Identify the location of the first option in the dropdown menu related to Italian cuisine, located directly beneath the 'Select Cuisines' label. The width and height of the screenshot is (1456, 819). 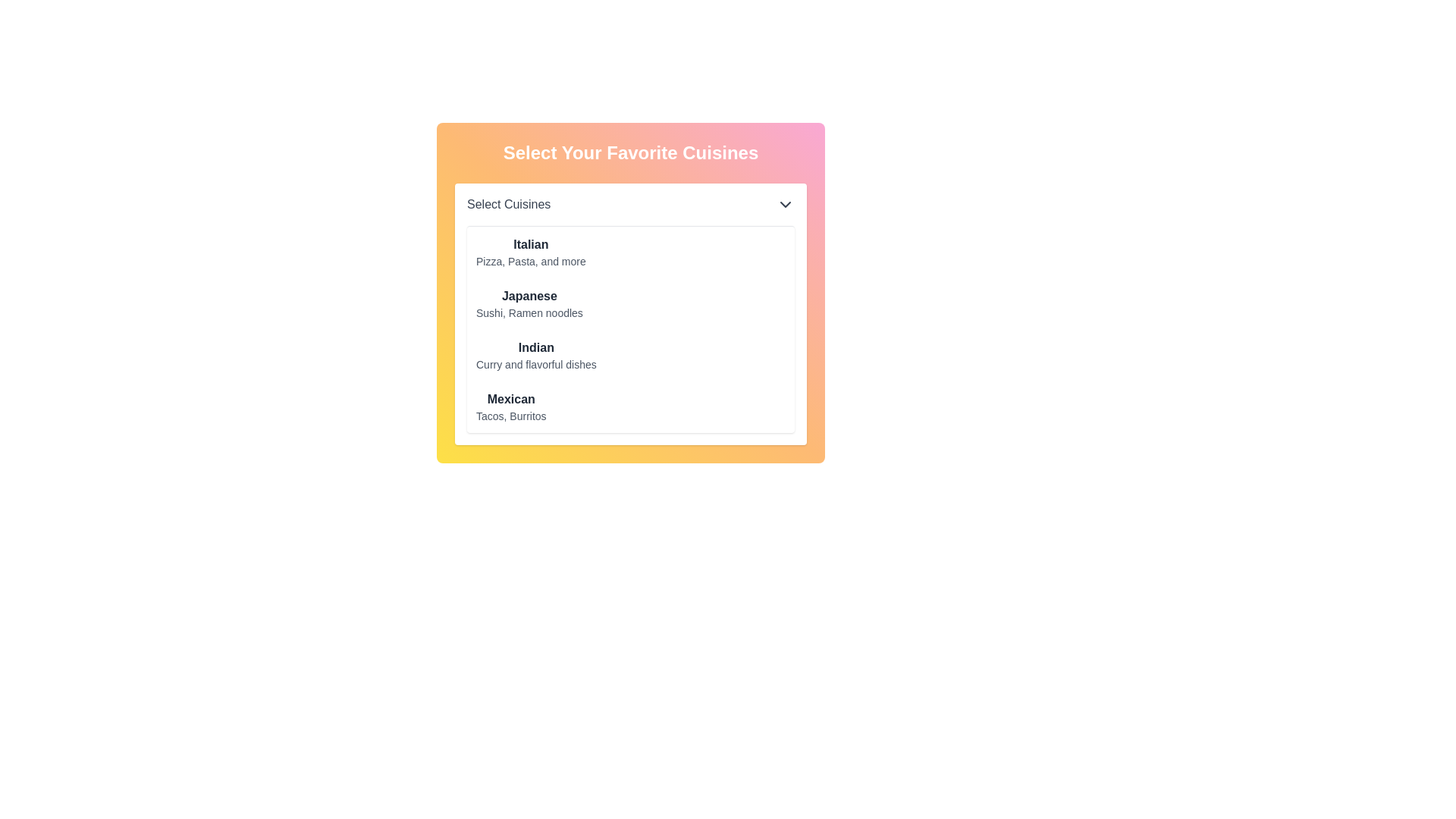
(531, 251).